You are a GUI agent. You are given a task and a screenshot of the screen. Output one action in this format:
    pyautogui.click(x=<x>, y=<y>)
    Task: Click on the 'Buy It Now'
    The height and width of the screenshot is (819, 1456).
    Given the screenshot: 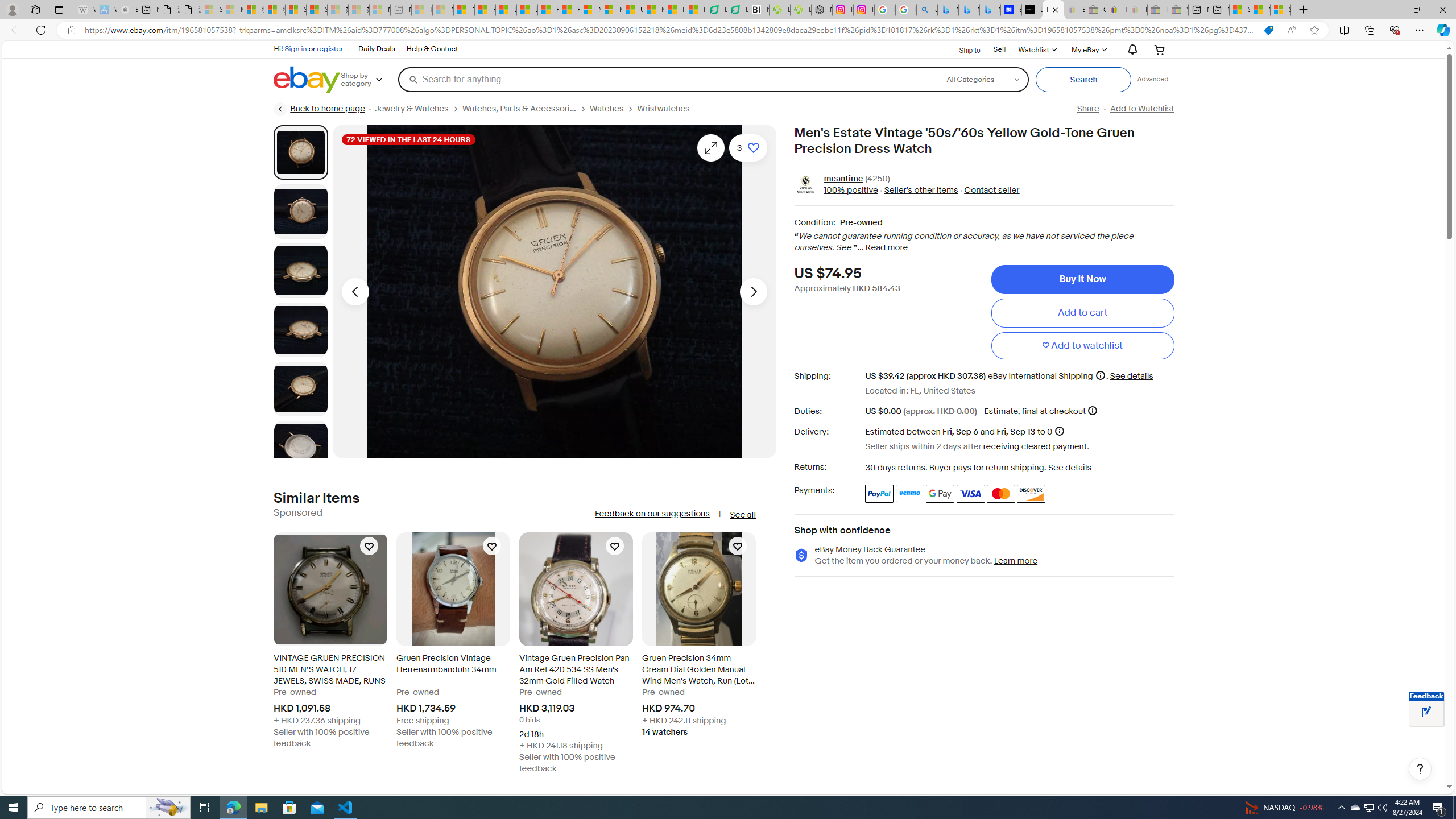 What is the action you would take?
    pyautogui.click(x=1082, y=279)
    